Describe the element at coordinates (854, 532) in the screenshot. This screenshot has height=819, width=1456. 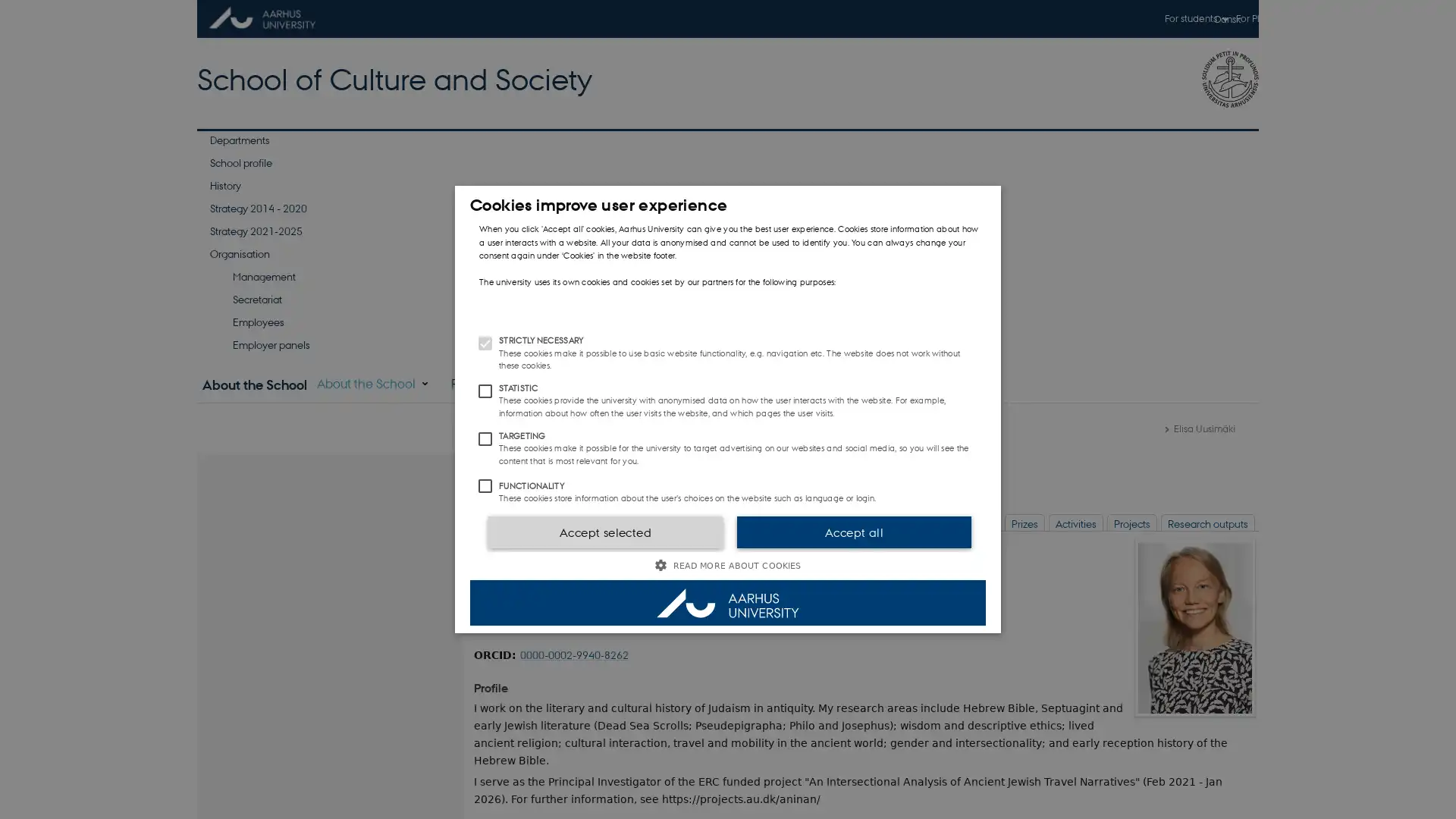
I see `Accept all` at that location.